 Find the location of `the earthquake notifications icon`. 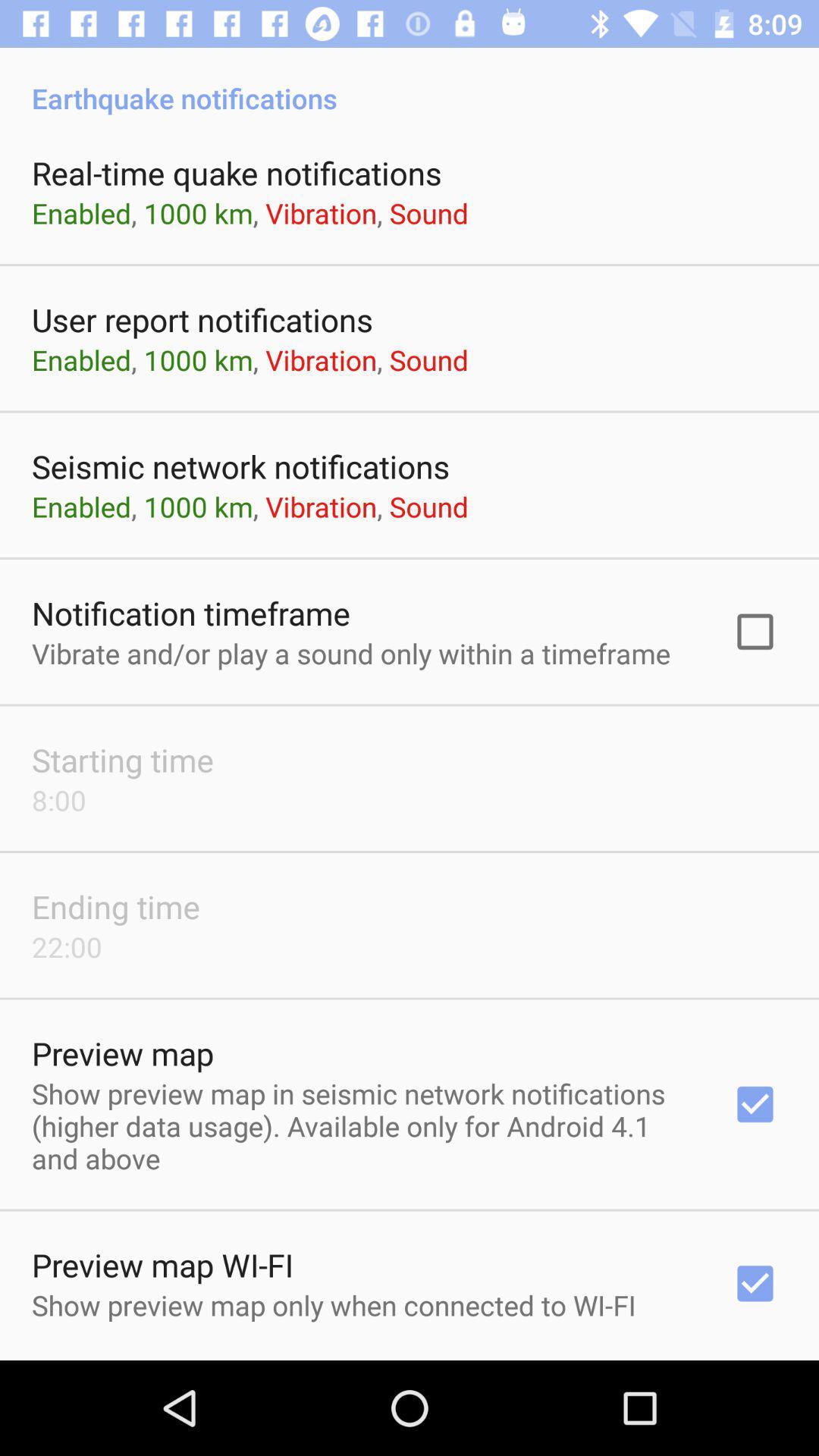

the earthquake notifications icon is located at coordinates (409, 81).